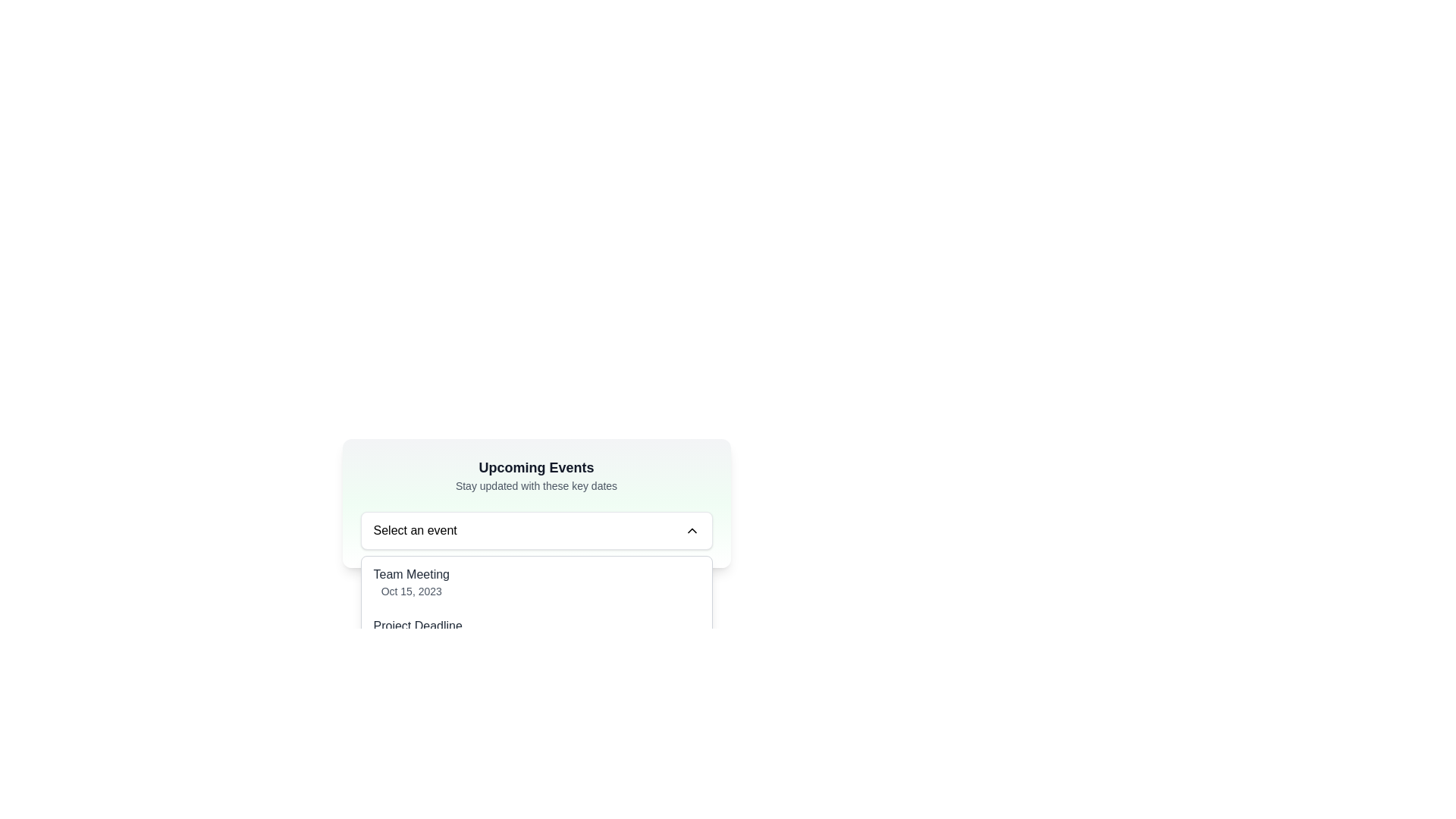 The width and height of the screenshot is (1456, 819). I want to click on the text label displaying the date 'Oct 15, 2023', which is located below the 'Team Meeting' label in the dropdown menu, so click(411, 590).